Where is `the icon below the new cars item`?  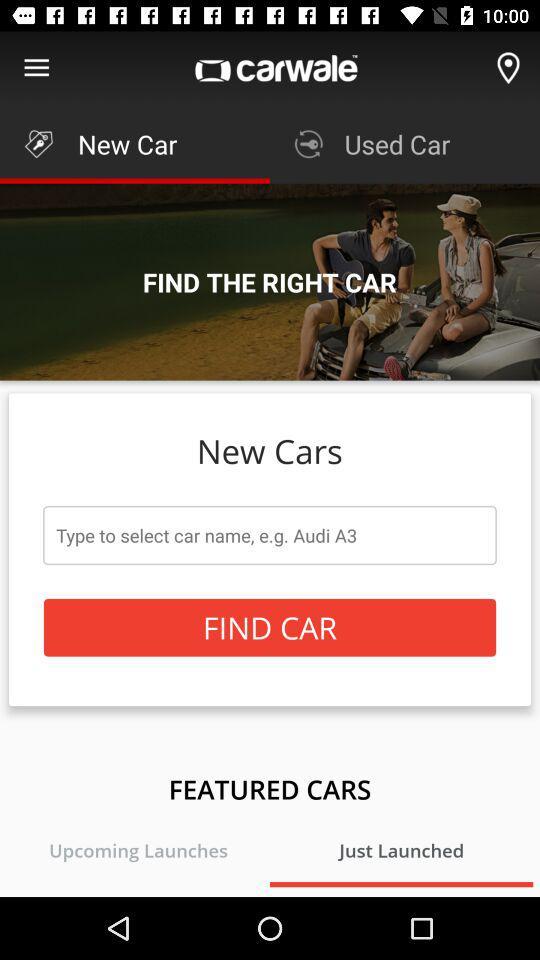
the icon below the new cars item is located at coordinates (270, 534).